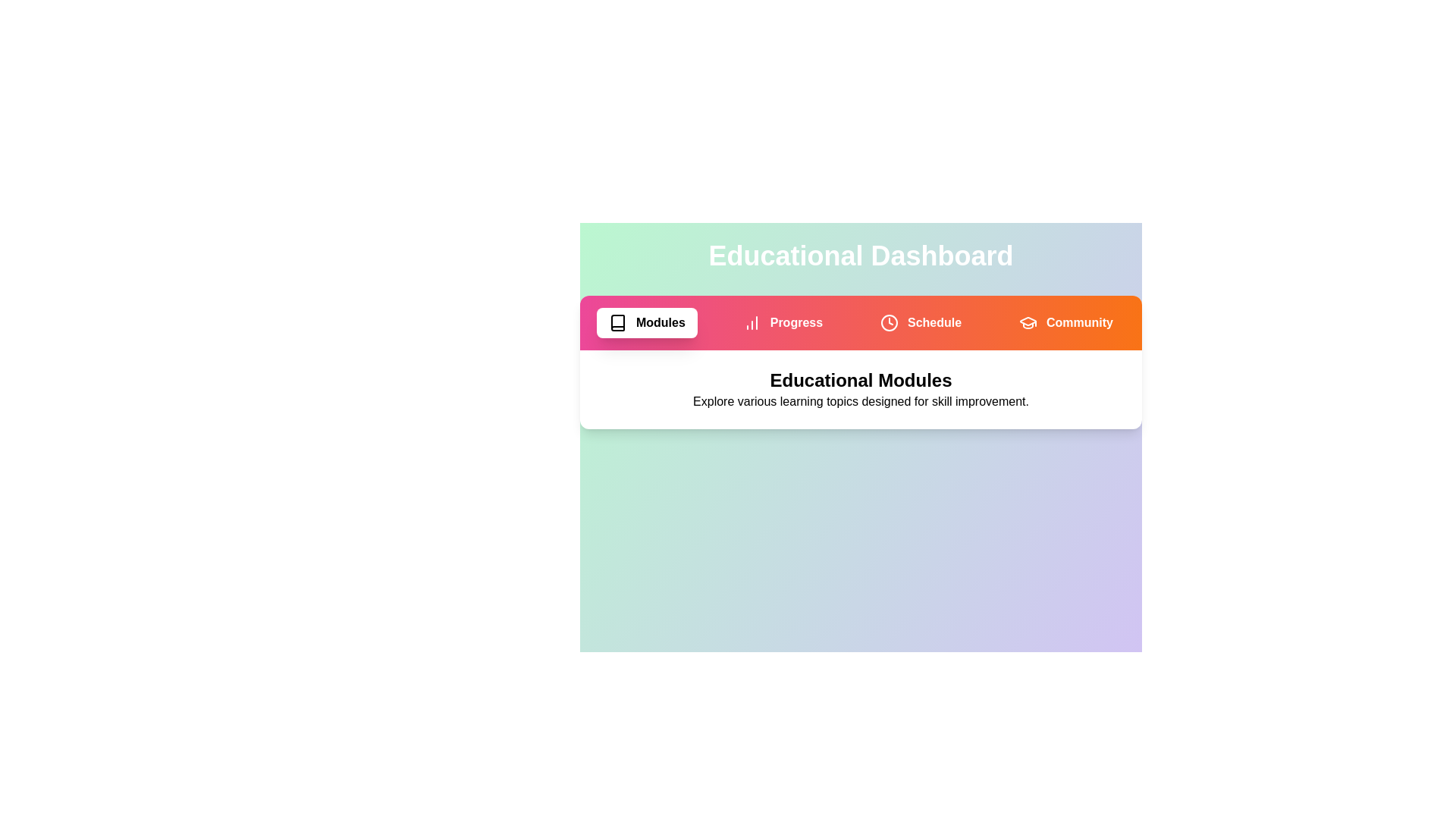 This screenshot has height=819, width=1456. What do you see at coordinates (1028, 322) in the screenshot?
I see `the button that contains the outlined graduation cap icon, which is located to the left of the text 'Community' in the horizontal menu bar` at bounding box center [1028, 322].